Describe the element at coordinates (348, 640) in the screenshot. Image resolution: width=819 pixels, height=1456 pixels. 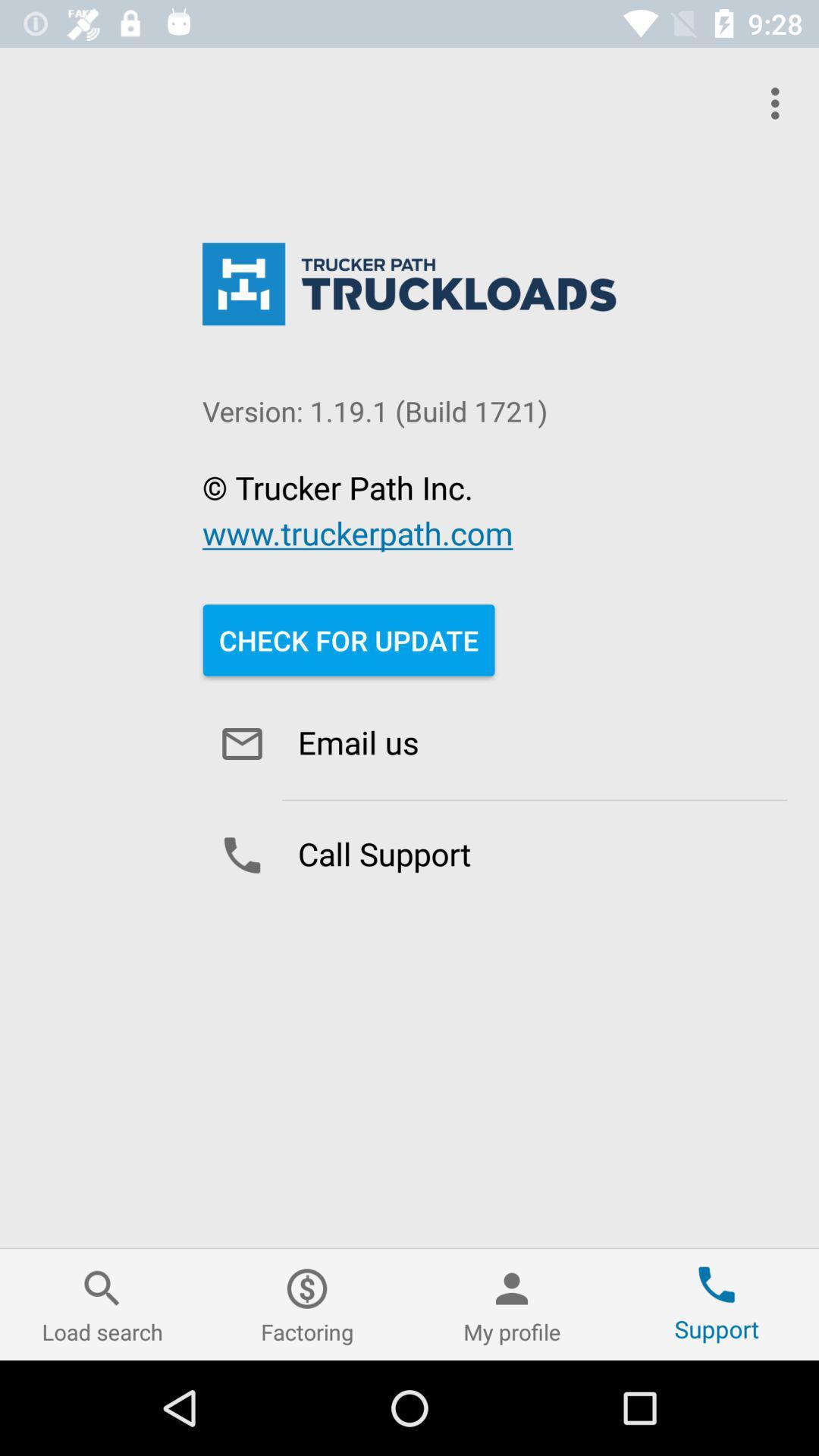
I see `blue colour text which says check for update` at that location.